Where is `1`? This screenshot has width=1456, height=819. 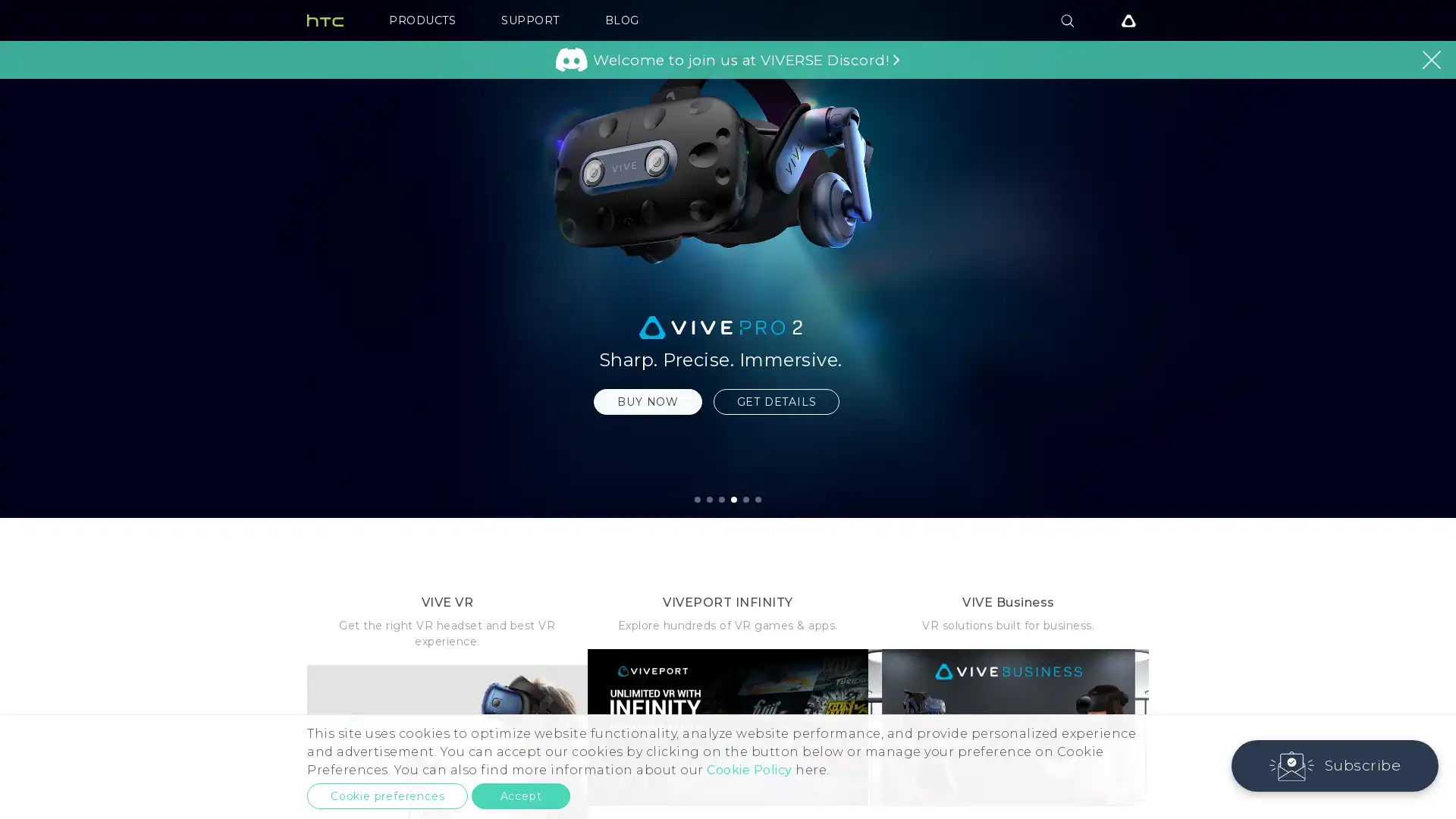 1 is located at coordinates (697, 500).